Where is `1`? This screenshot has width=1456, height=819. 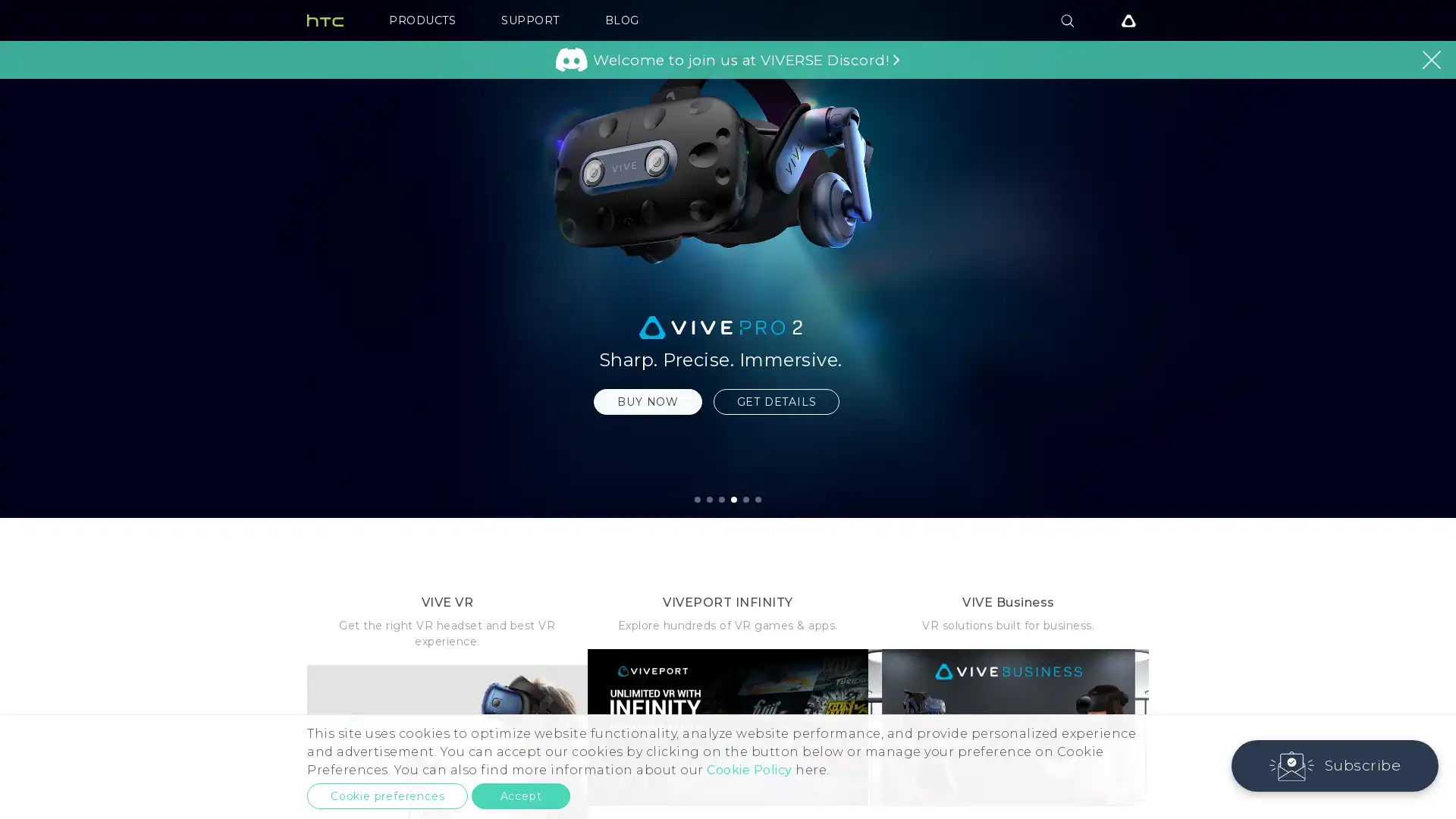 1 is located at coordinates (697, 500).